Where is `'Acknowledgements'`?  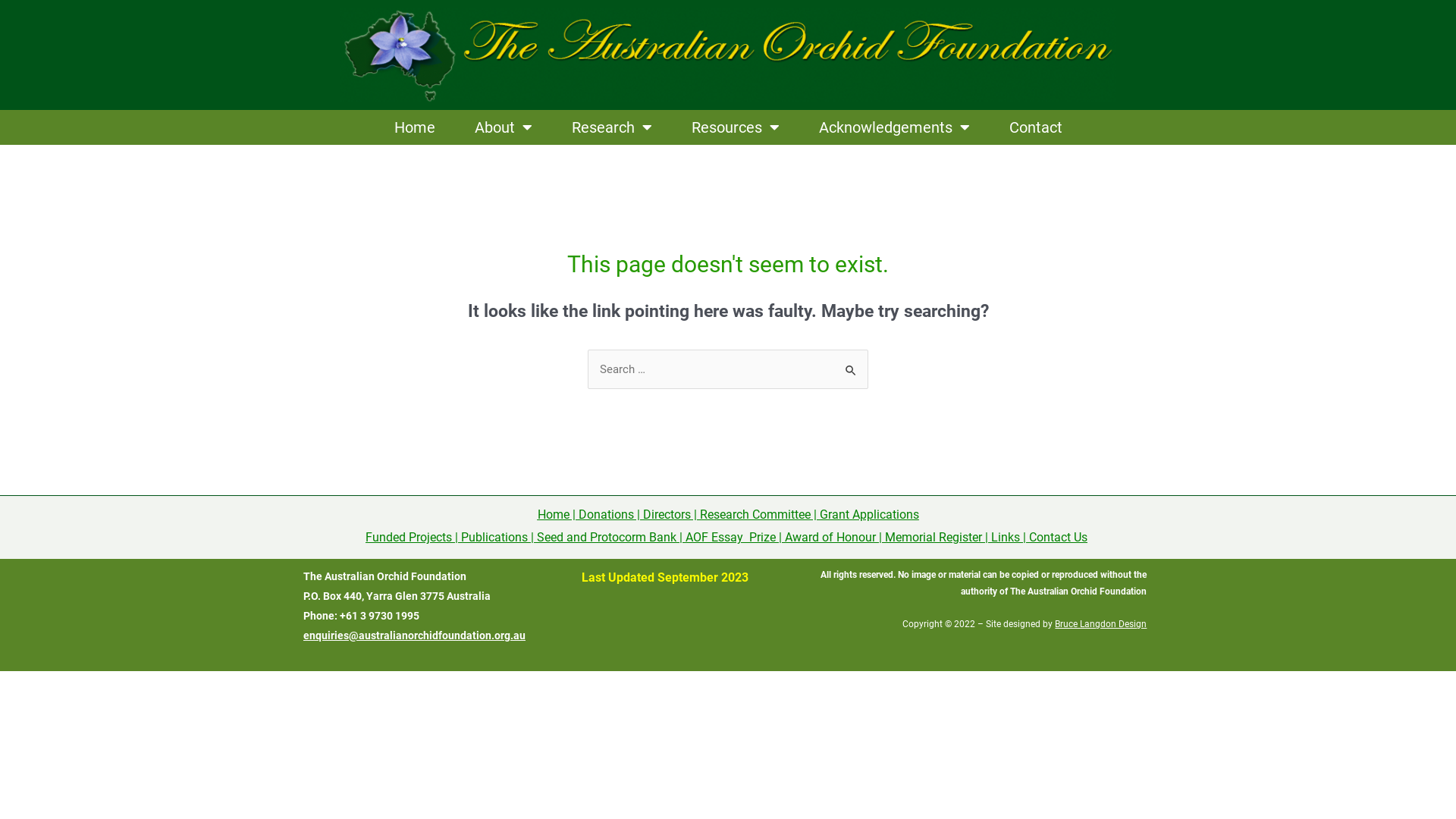 'Acknowledgements' is located at coordinates (894, 127).